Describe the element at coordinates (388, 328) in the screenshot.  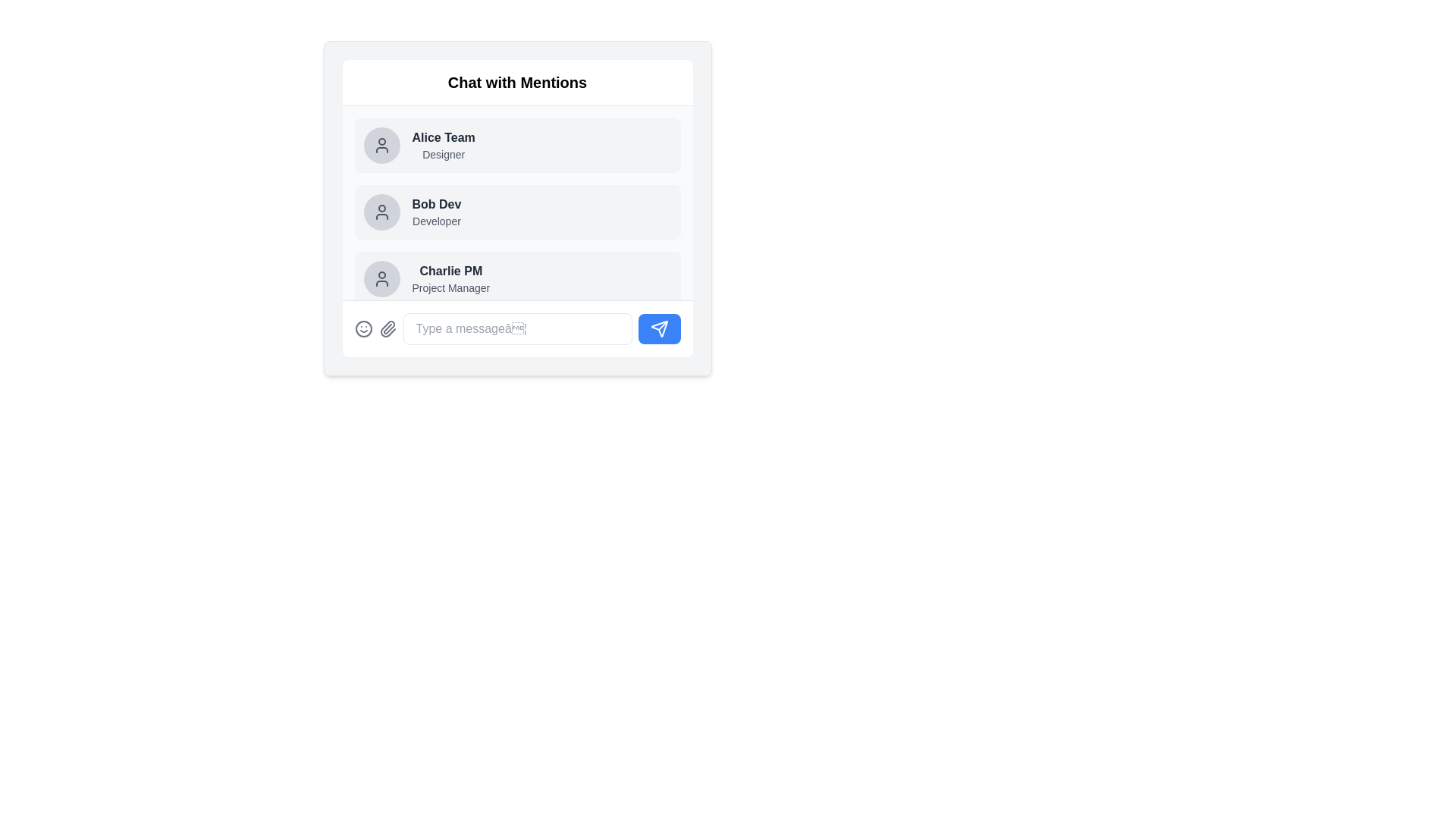
I see `the paperclip icon button located in the lower left corner of the chat interface` at that location.